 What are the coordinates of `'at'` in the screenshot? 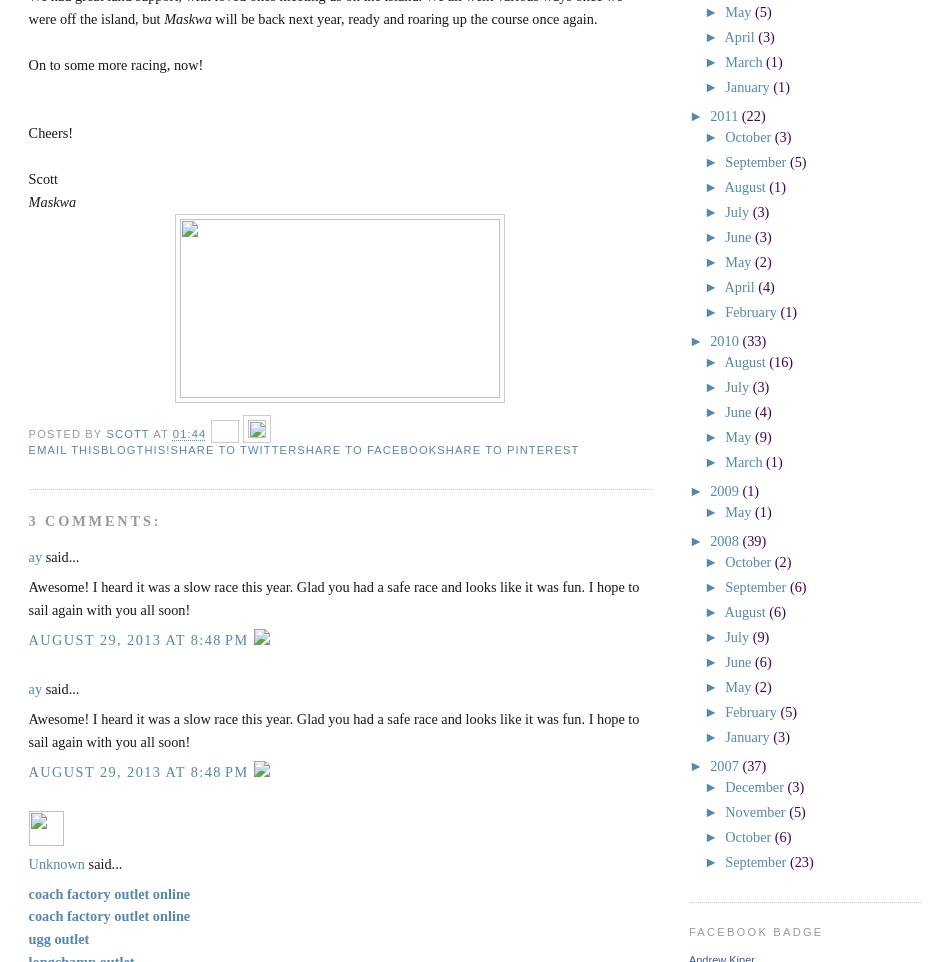 It's located at (162, 432).